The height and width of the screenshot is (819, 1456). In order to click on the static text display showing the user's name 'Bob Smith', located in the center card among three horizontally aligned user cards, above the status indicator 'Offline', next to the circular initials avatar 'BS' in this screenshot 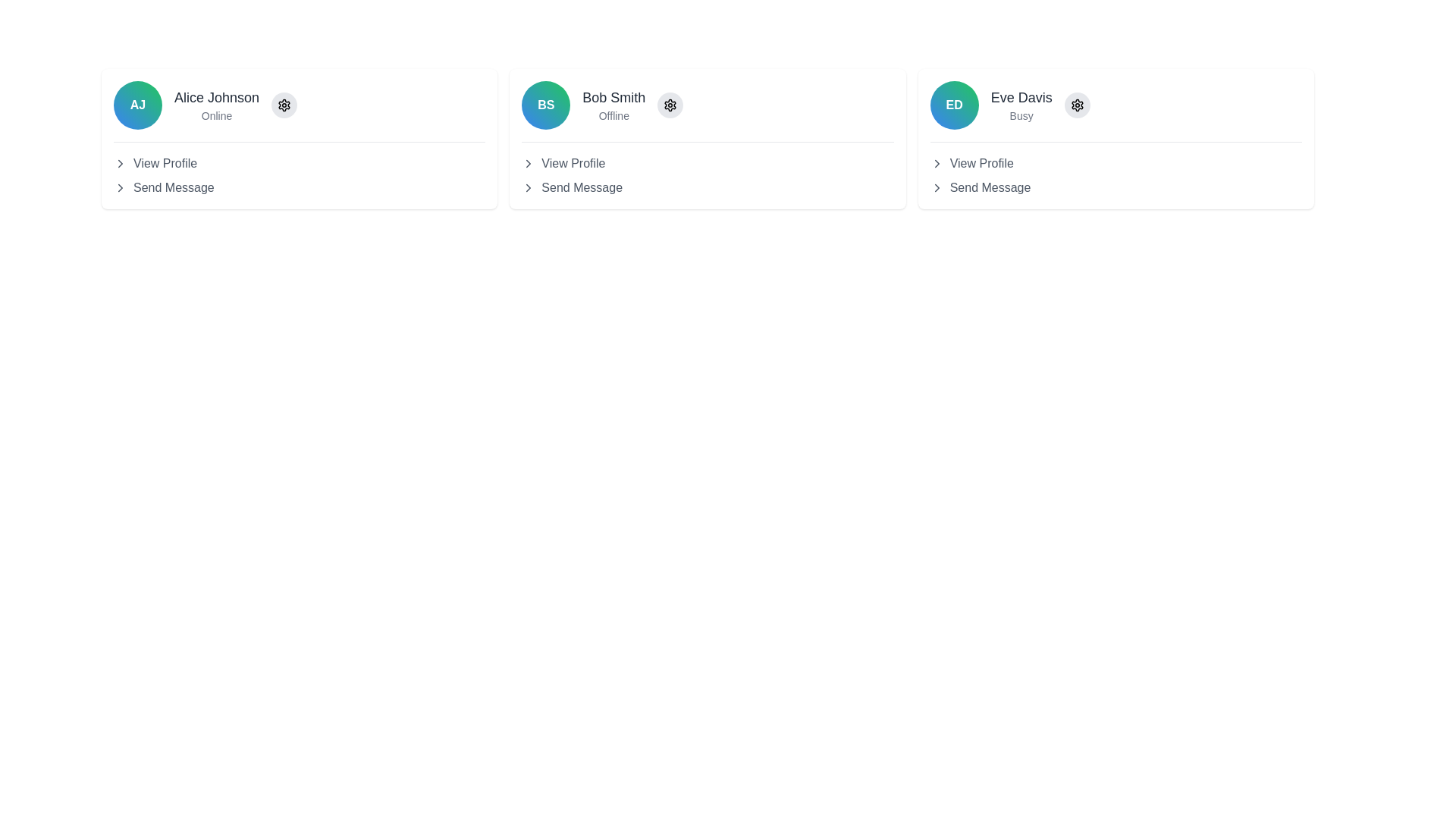, I will do `click(613, 97)`.